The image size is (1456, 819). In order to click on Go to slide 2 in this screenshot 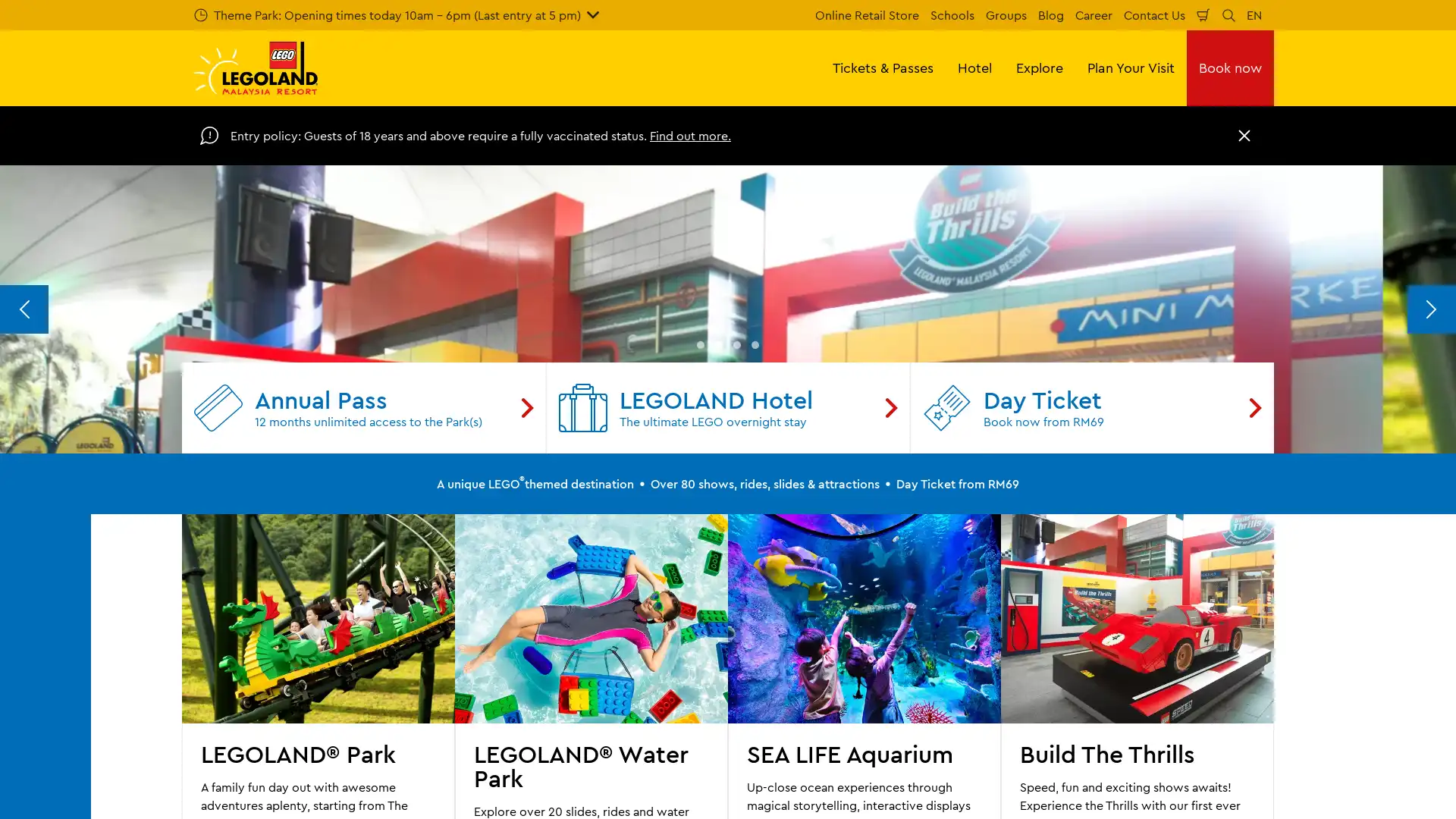, I will do `click(718, 646)`.